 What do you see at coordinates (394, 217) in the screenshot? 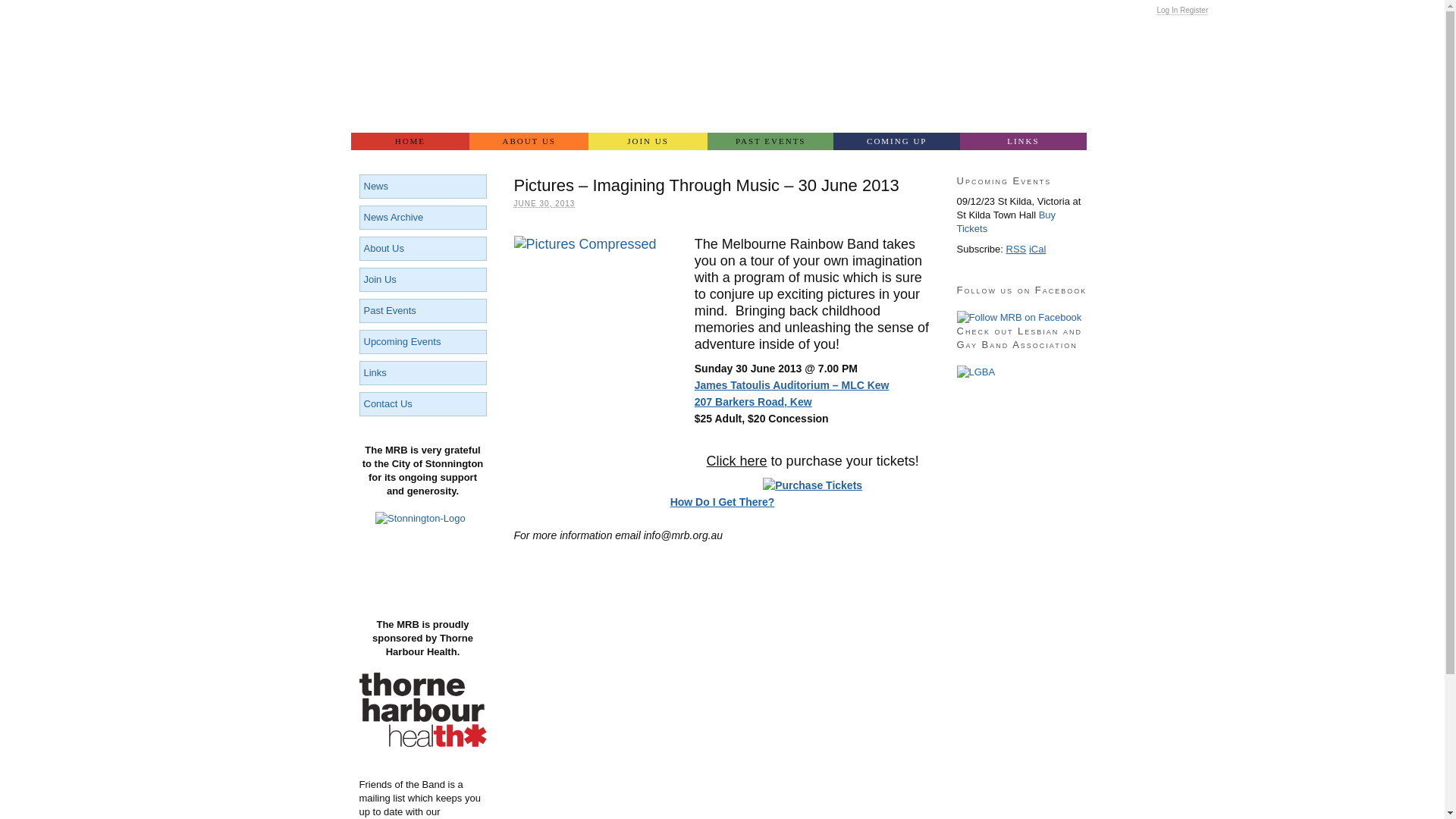
I see `'News Archive'` at bounding box center [394, 217].